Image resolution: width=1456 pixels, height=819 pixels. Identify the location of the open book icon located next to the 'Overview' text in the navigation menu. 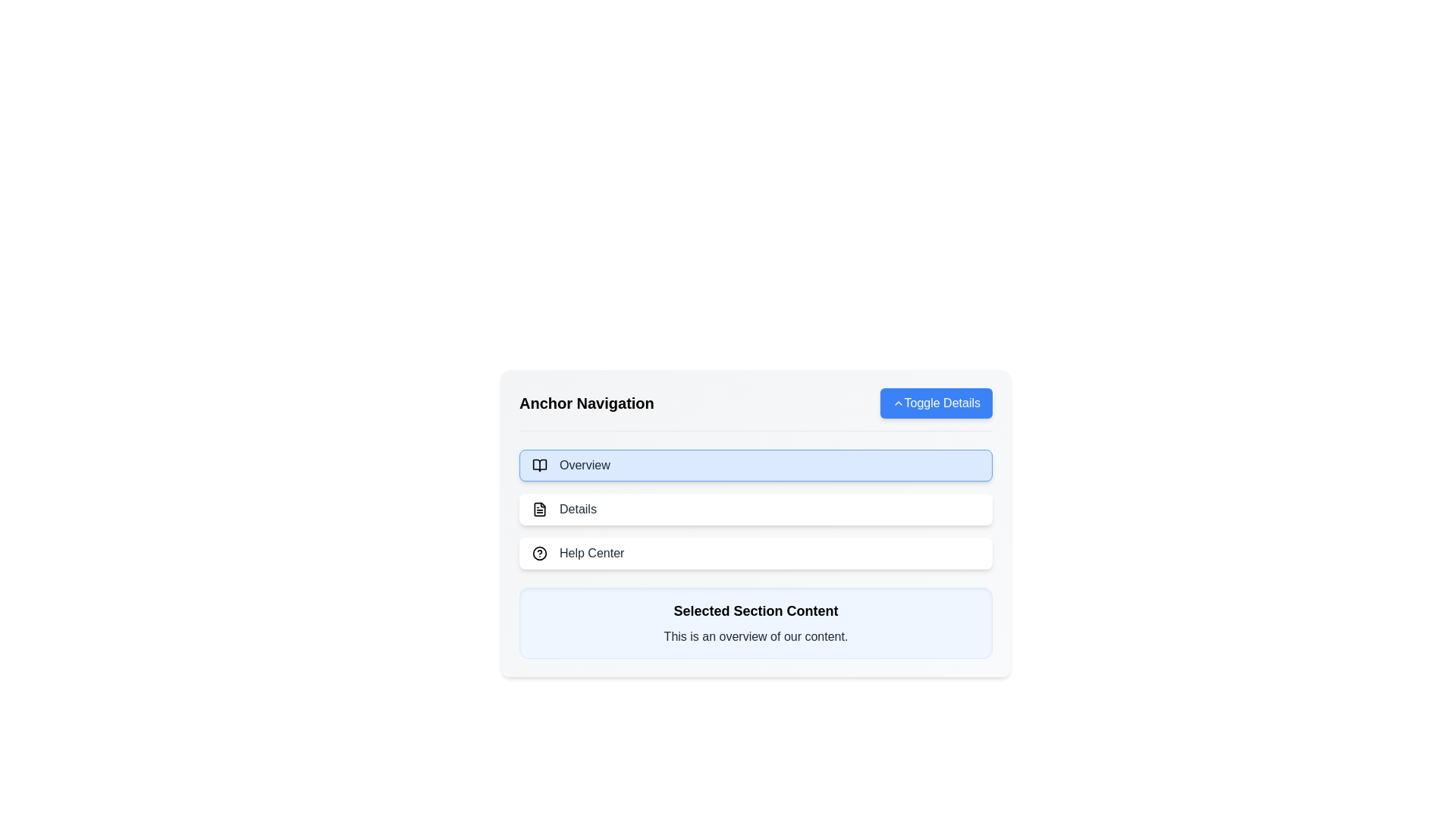
(539, 464).